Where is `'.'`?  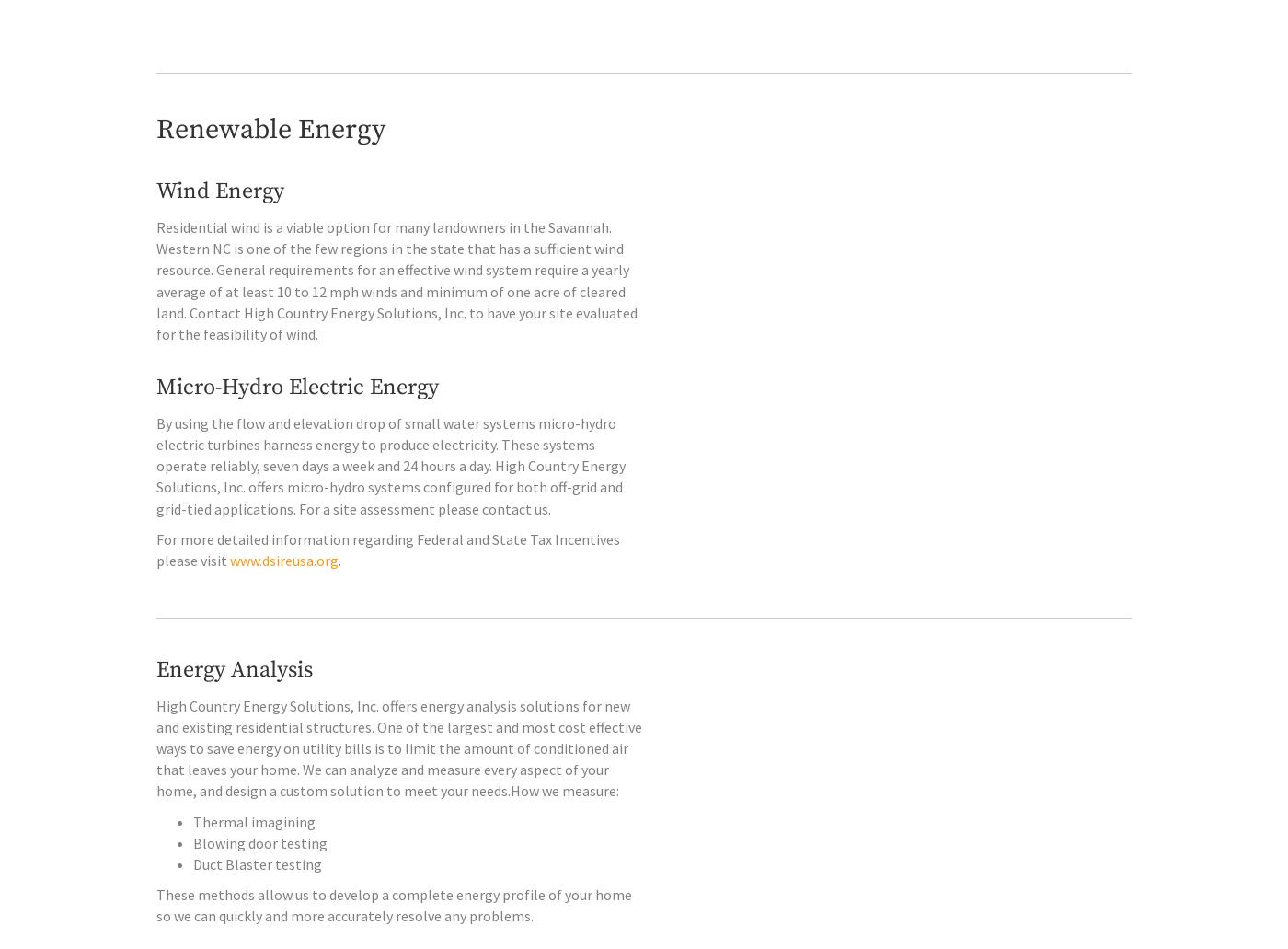 '.' is located at coordinates (339, 598).